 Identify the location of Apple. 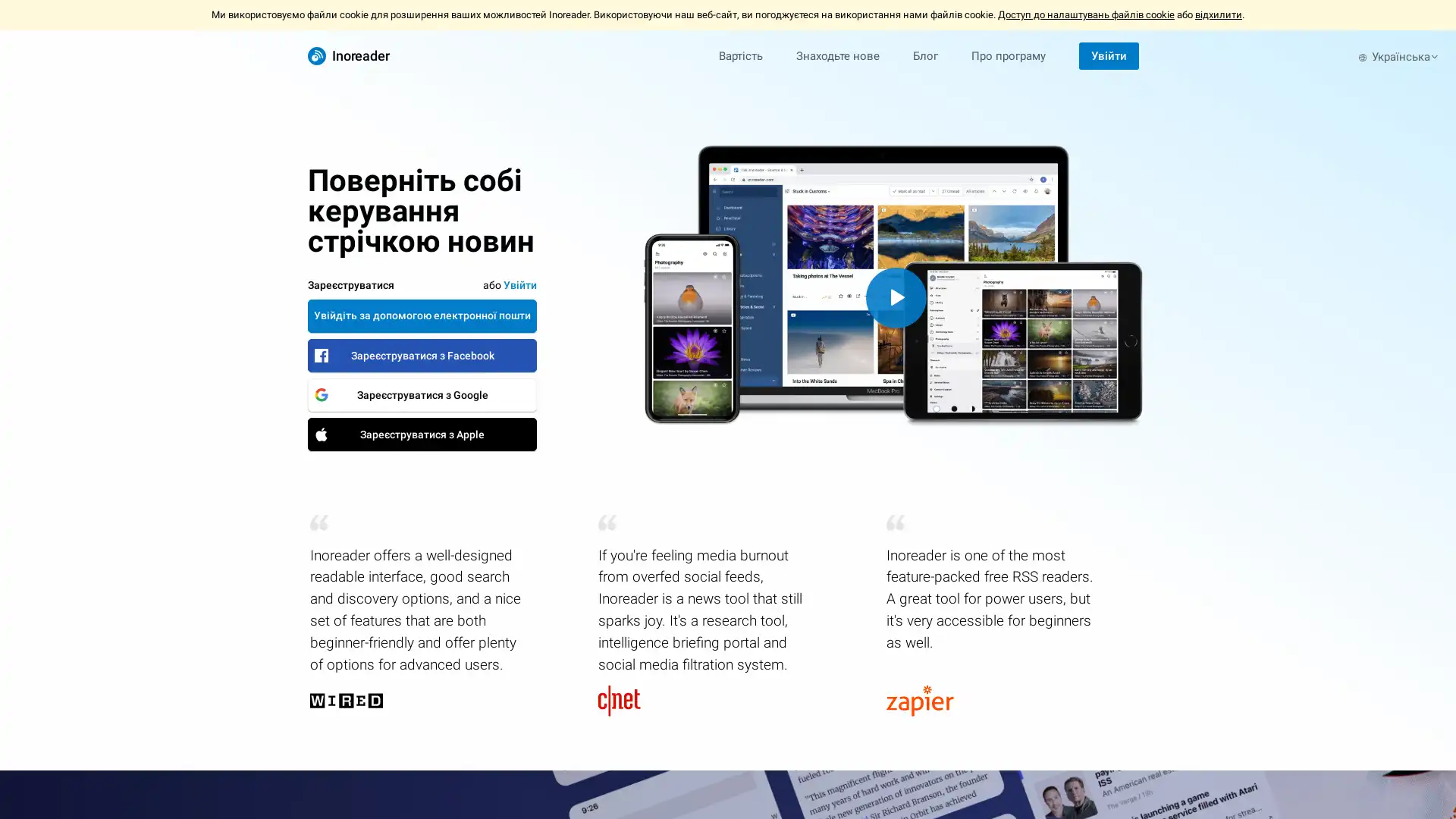
(422, 433).